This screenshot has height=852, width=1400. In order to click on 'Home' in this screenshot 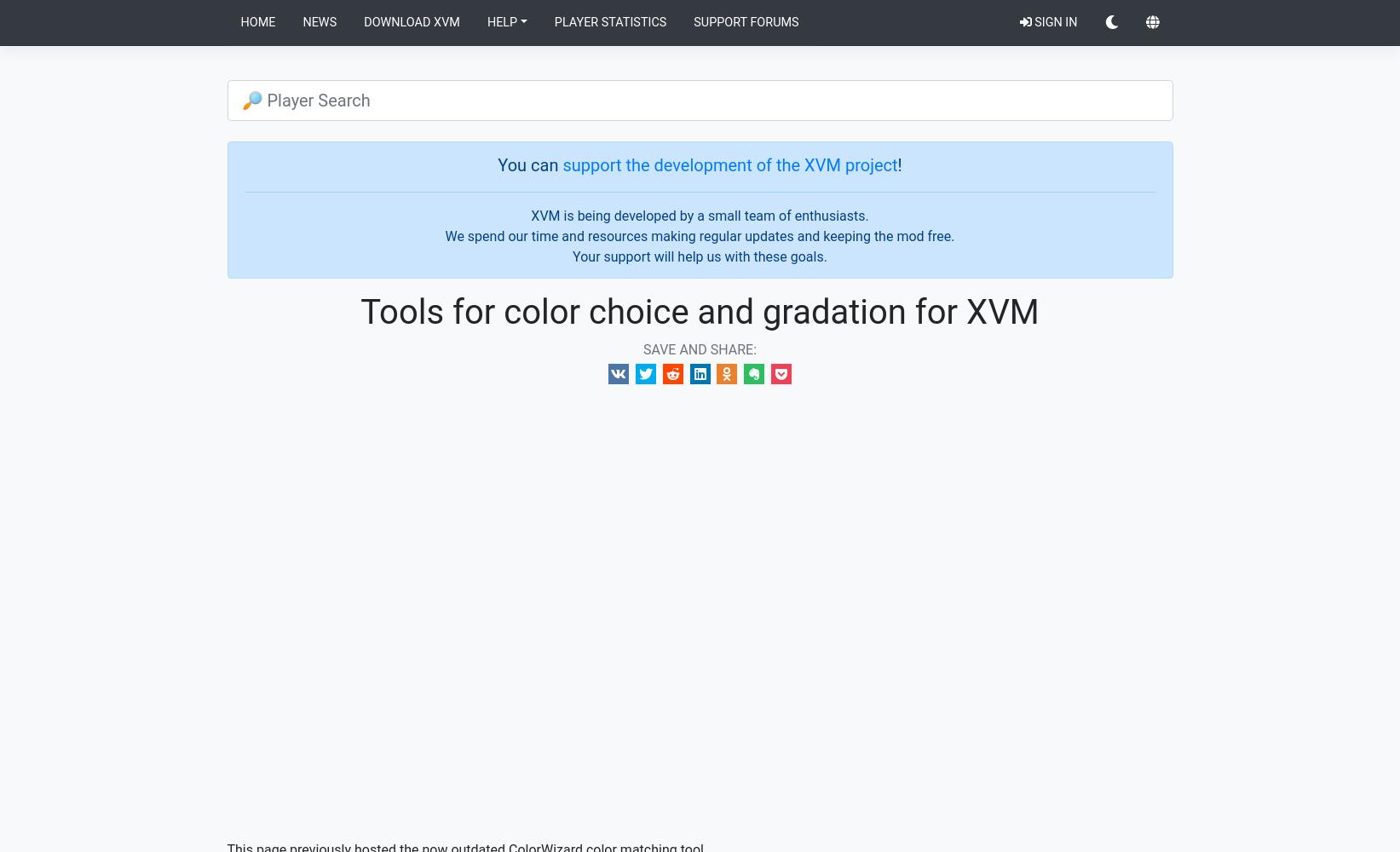, I will do `click(256, 22)`.